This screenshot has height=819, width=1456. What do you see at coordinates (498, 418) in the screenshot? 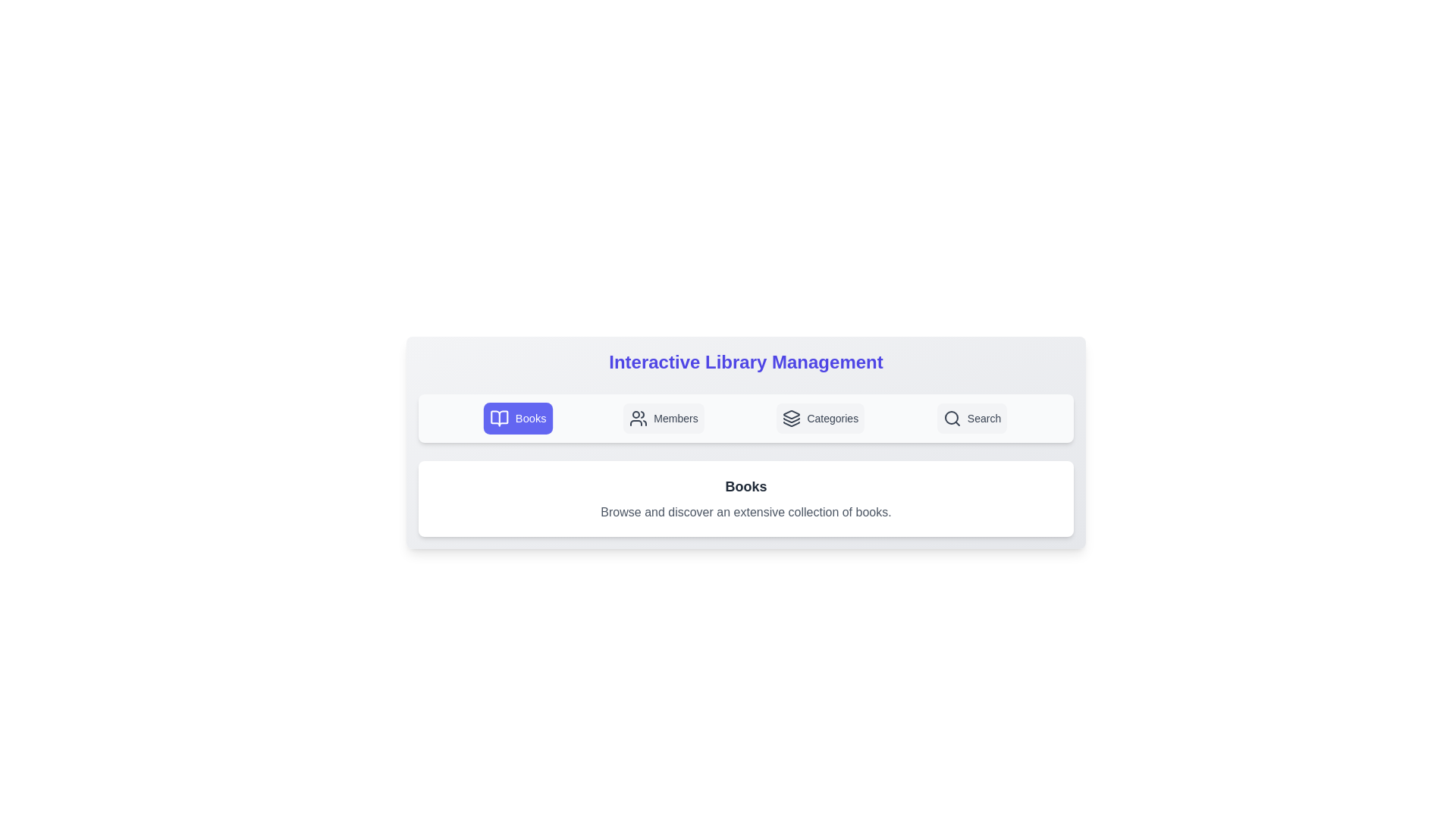
I see `the book icon located to the left of the 'Books' label` at bounding box center [498, 418].